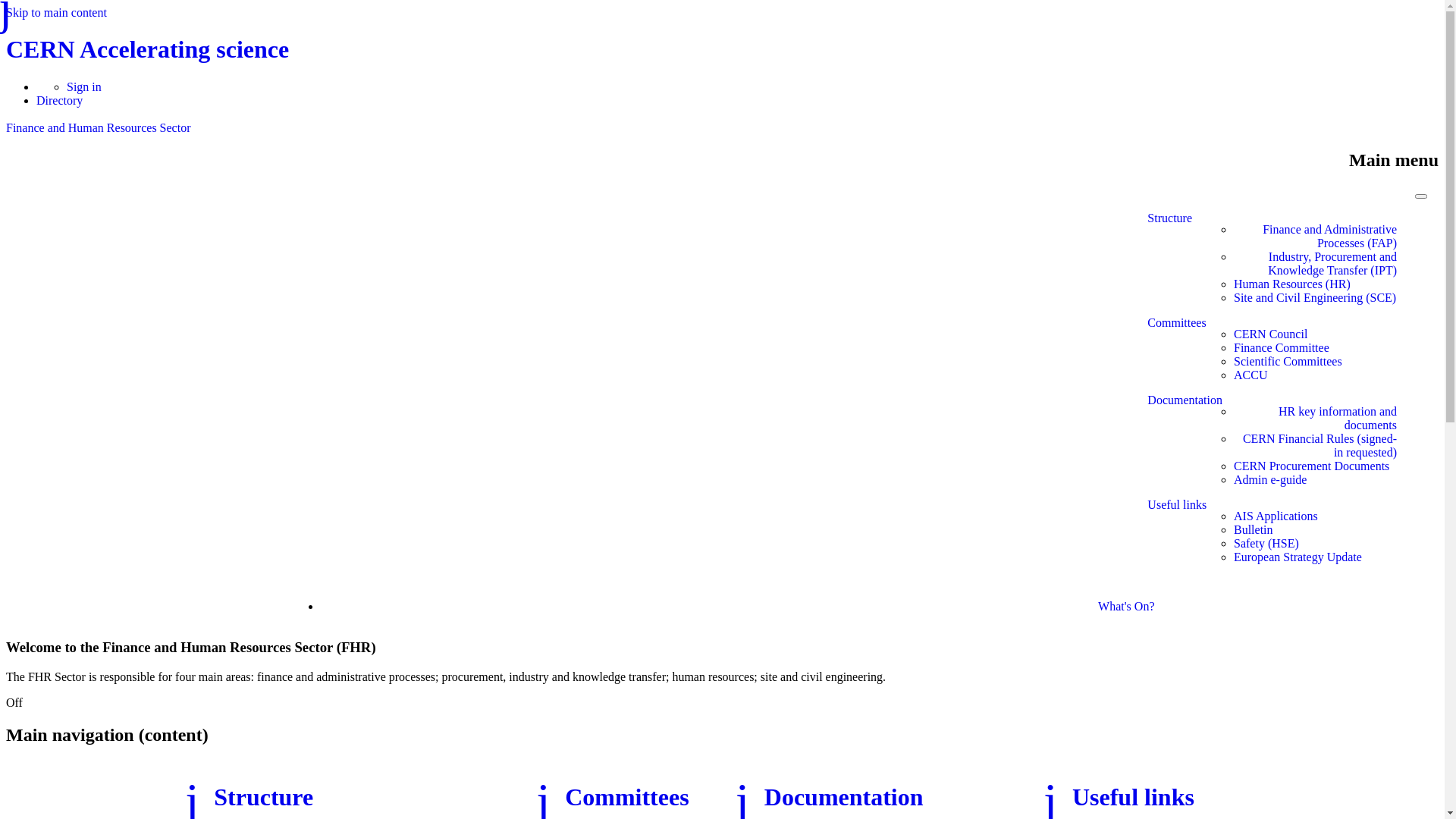 Image resolution: width=1456 pixels, height=819 pixels. Describe the element at coordinates (1270, 333) in the screenshot. I see `'CERN Council'` at that location.